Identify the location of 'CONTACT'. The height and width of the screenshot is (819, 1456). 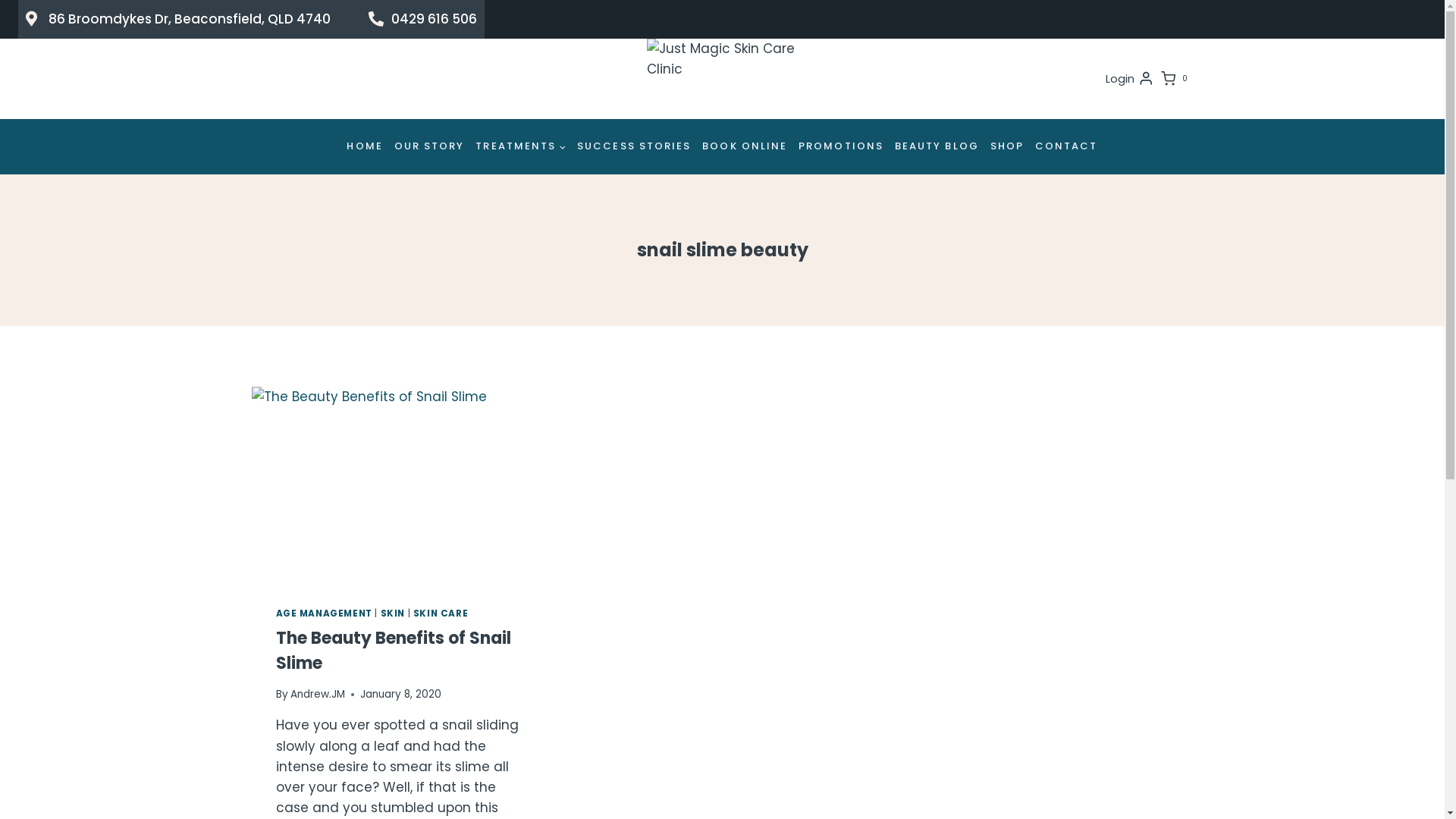
(1065, 146).